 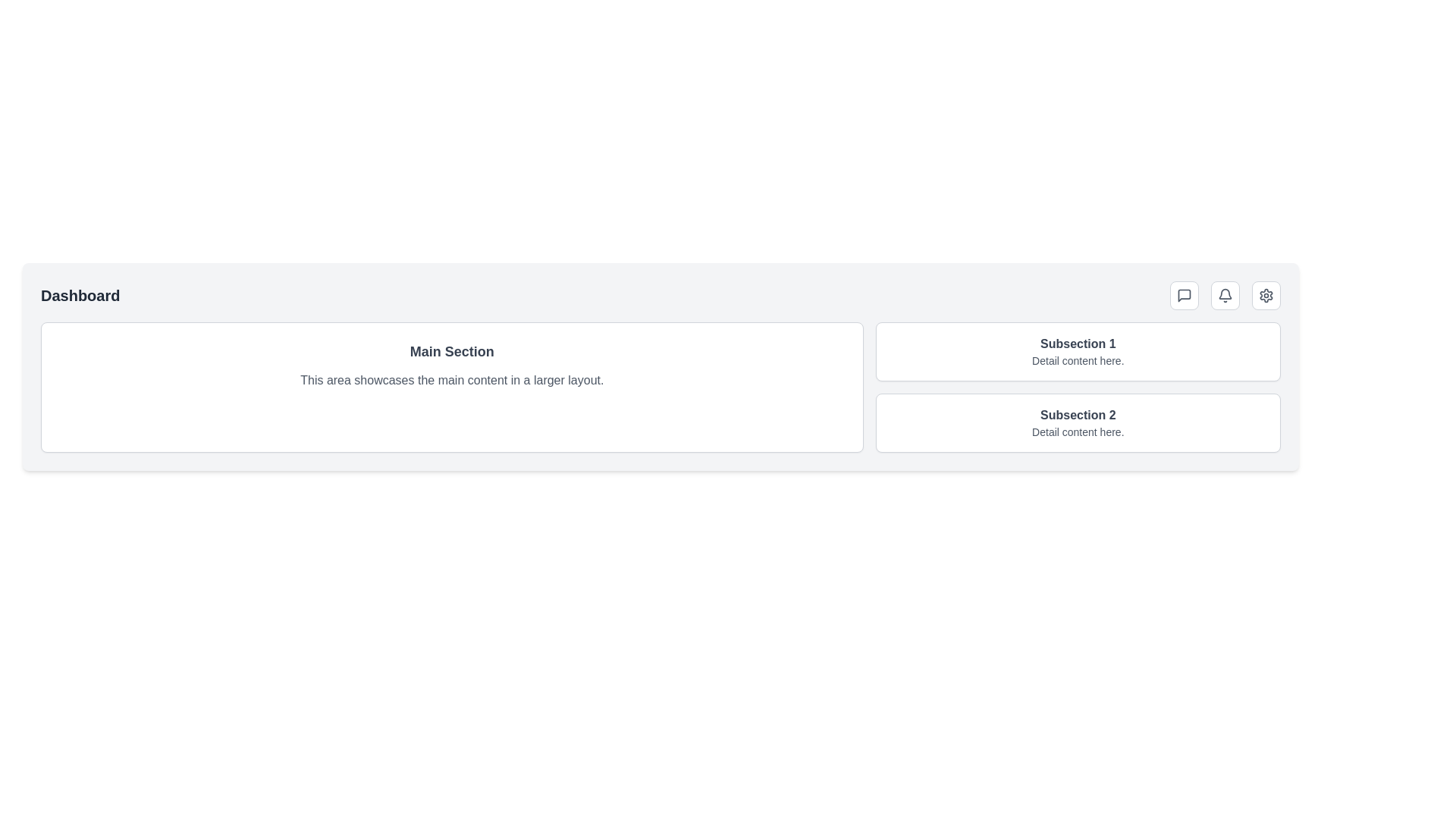 What do you see at coordinates (1183, 295) in the screenshot?
I see `the clickable button styled as a rounded square with a white background and a speech bubble icon` at bounding box center [1183, 295].